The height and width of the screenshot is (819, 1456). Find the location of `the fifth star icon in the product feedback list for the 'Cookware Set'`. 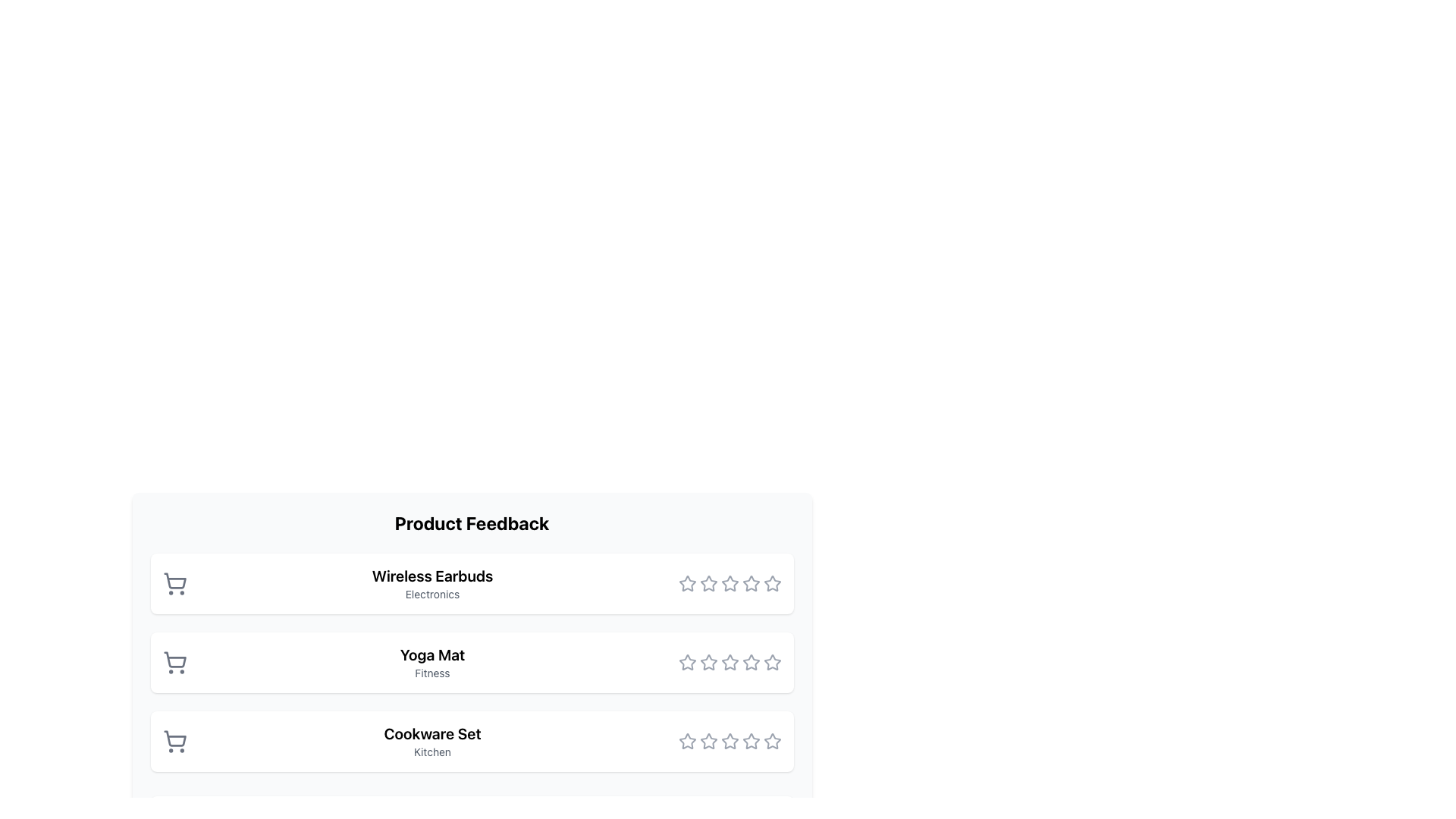

the fifth star icon in the product feedback list for the 'Cookware Set' is located at coordinates (772, 740).